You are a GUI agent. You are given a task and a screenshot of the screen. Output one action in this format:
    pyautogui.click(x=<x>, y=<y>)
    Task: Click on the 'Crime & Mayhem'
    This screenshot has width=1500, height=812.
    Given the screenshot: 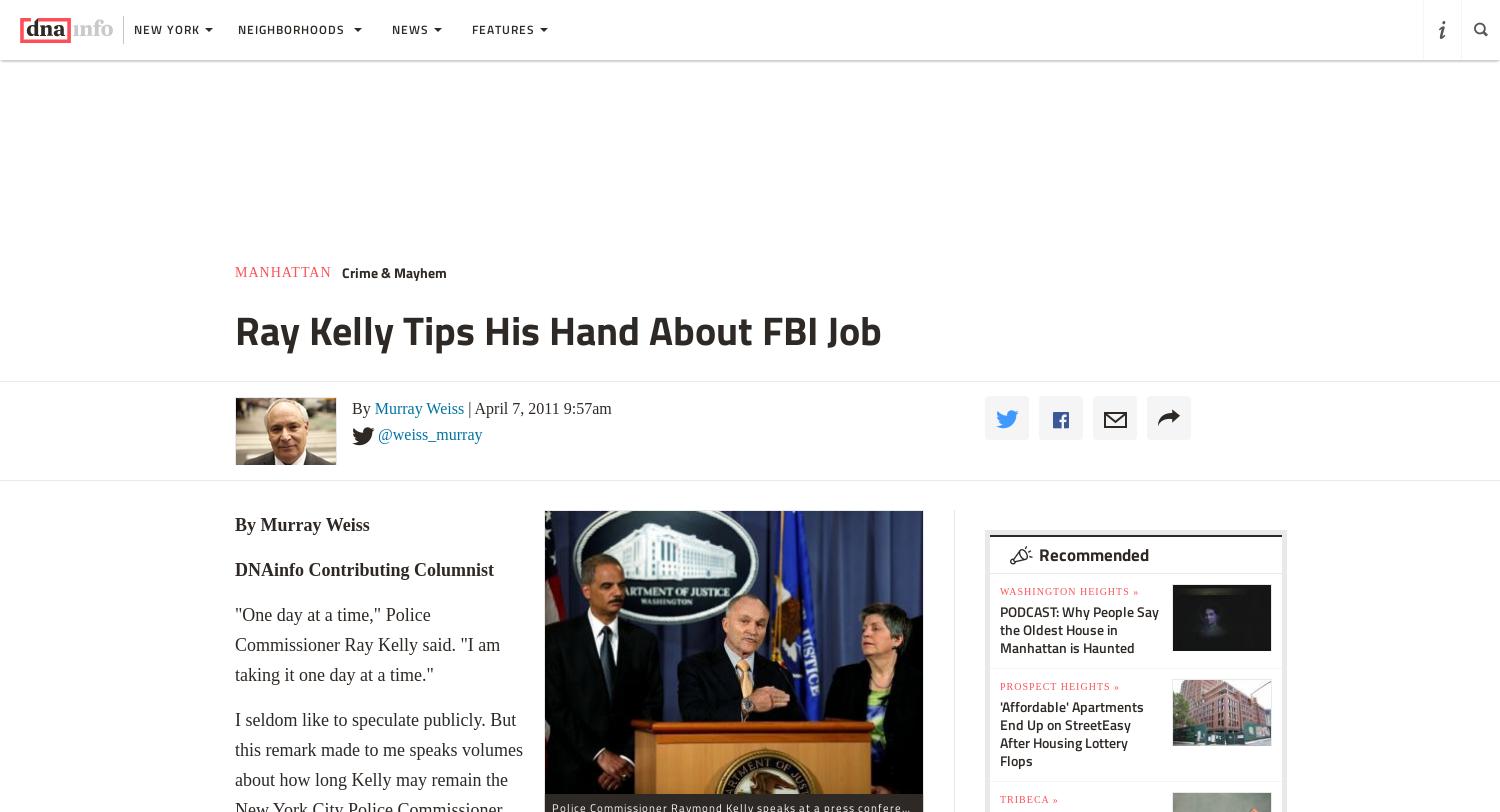 What is the action you would take?
    pyautogui.click(x=393, y=272)
    